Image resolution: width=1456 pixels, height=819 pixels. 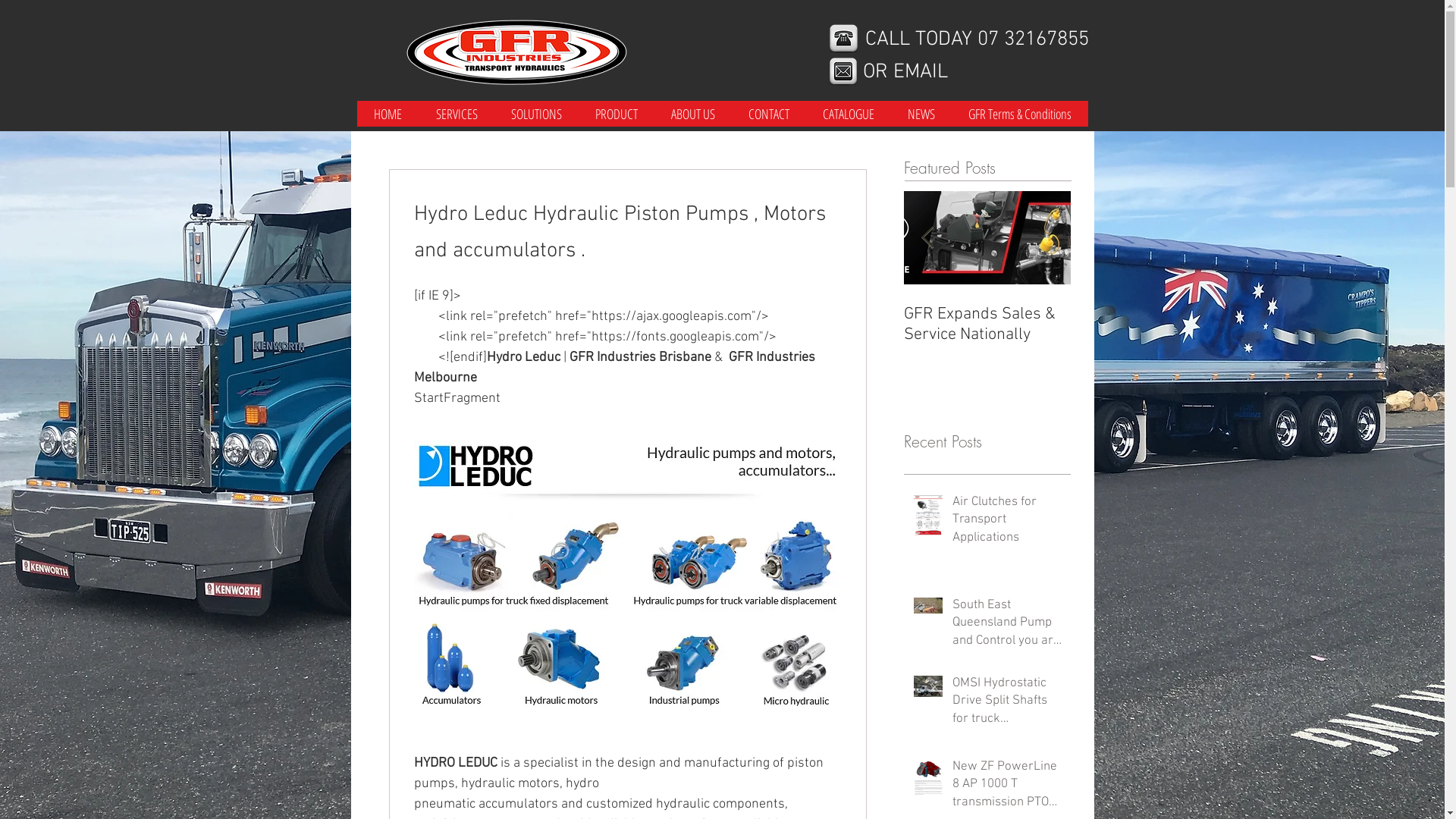 What do you see at coordinates (1007, 522) in the screenshot?
I see `'Air Clutches for Transport Applications'` at bounding box center [1007, 522].